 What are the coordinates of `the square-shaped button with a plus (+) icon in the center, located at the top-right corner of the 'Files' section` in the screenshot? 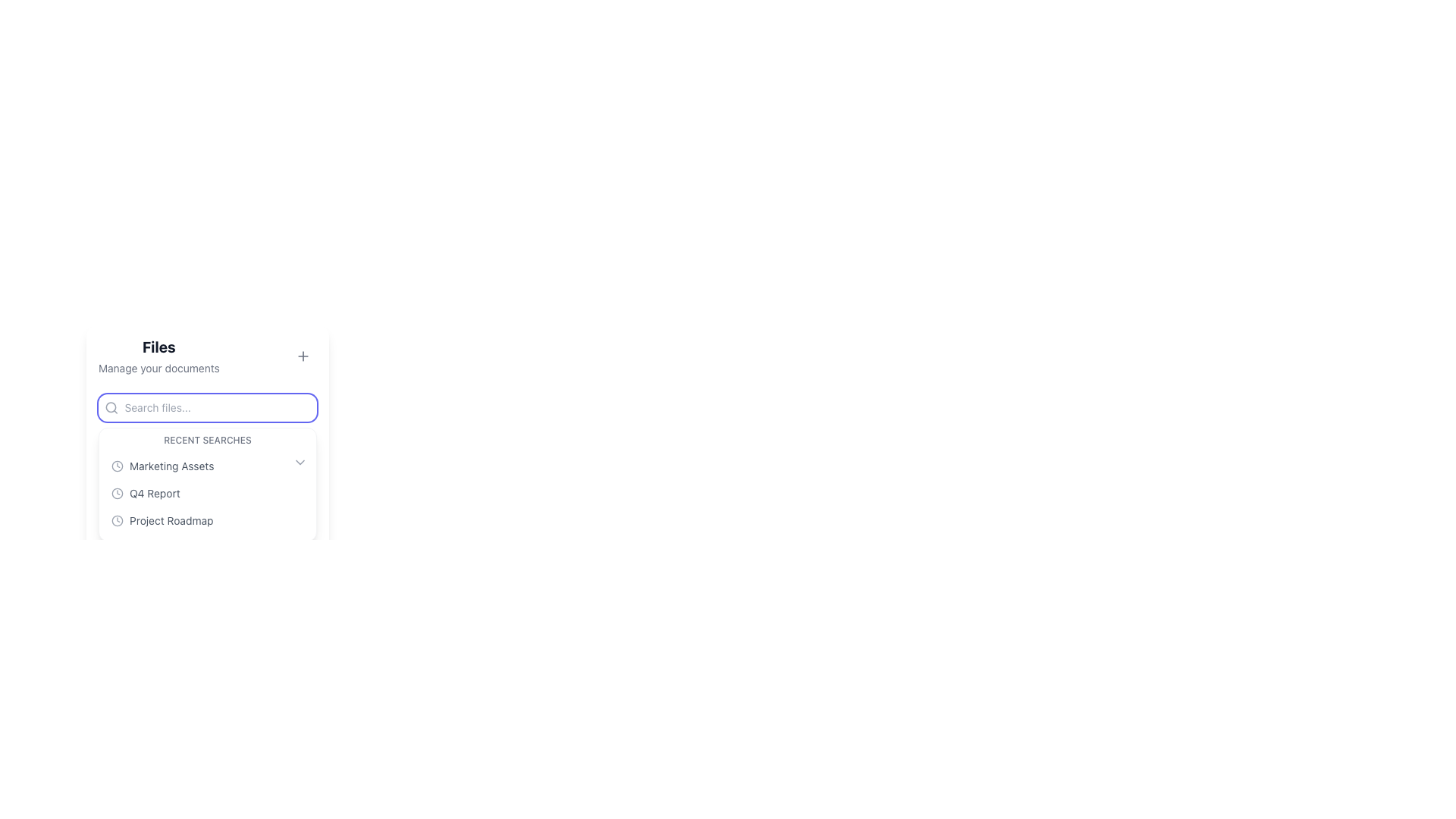 It's located at (303, 356).